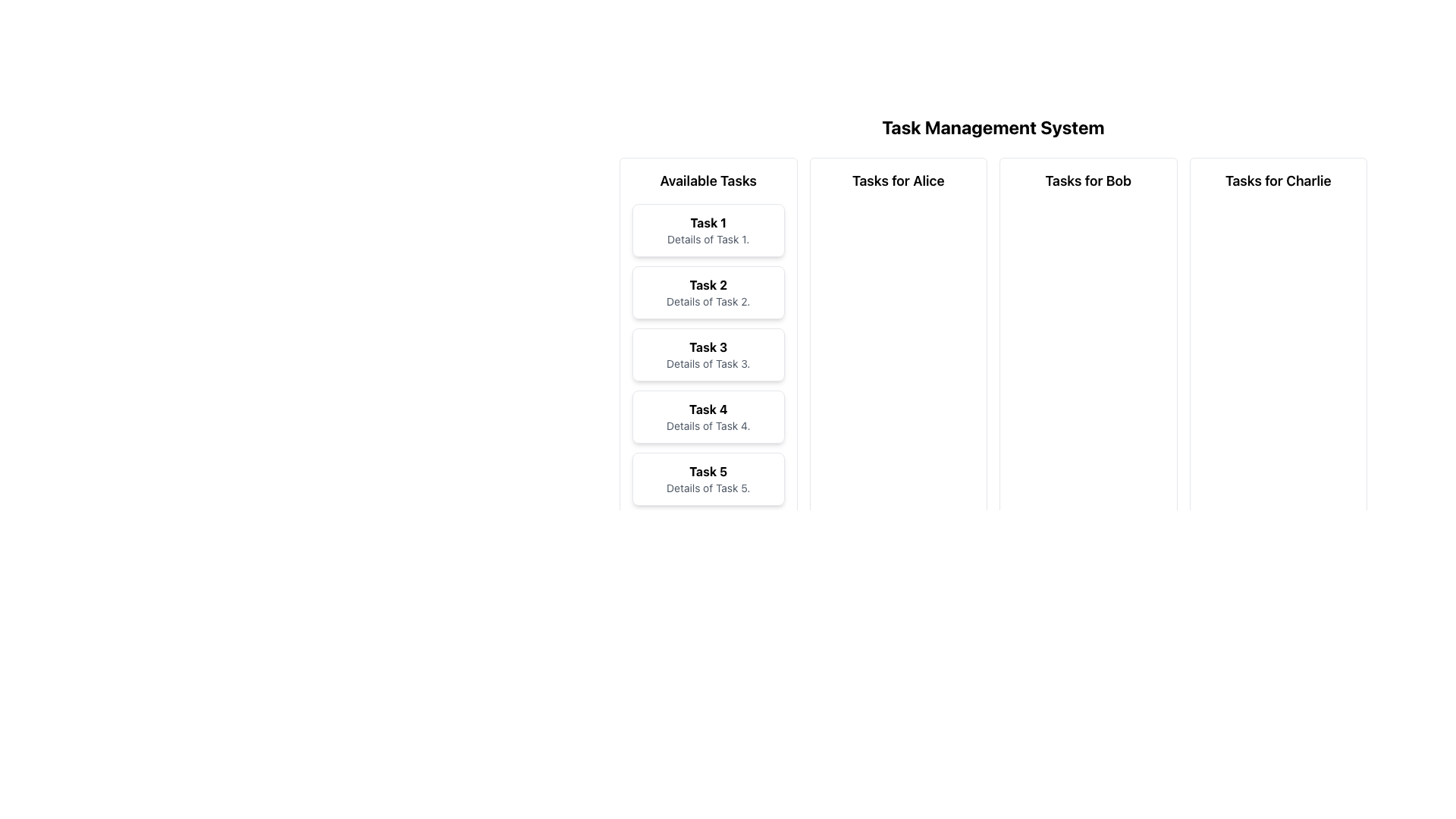 This screenshot has height=819, width=1456. Describe the element at coordinates (708, 180) in the screenshot. I see `the text label displaying 'Available Tasks', which is located at the top of the left column panel containing task cards` at that location.